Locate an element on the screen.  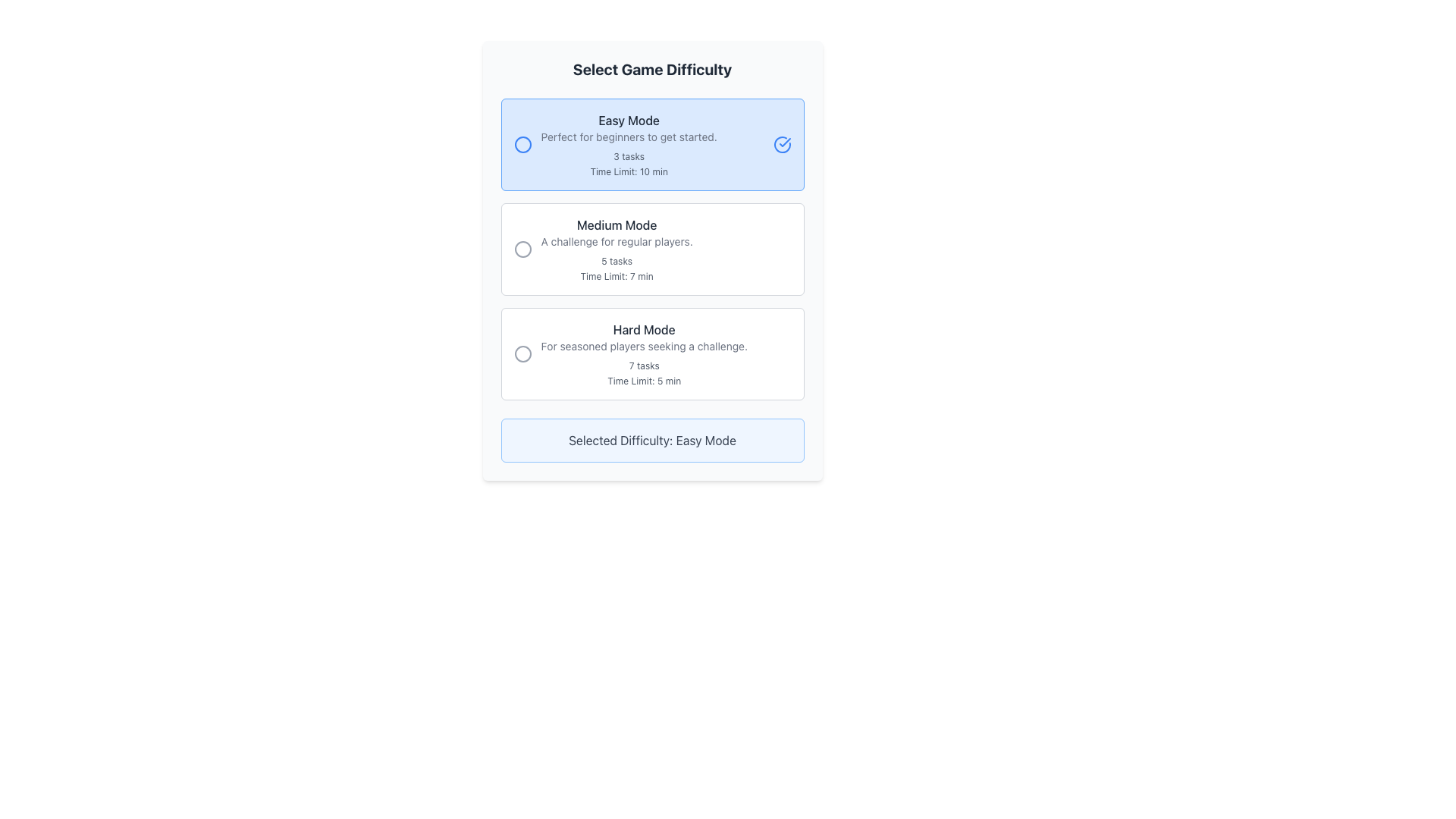
the 'Medium Mode' difficulty label in the 'Select Game Difficulty' panel, which is located between 'Easy Mode' and 'Hard Mode' is located at coordinates (617, 248).